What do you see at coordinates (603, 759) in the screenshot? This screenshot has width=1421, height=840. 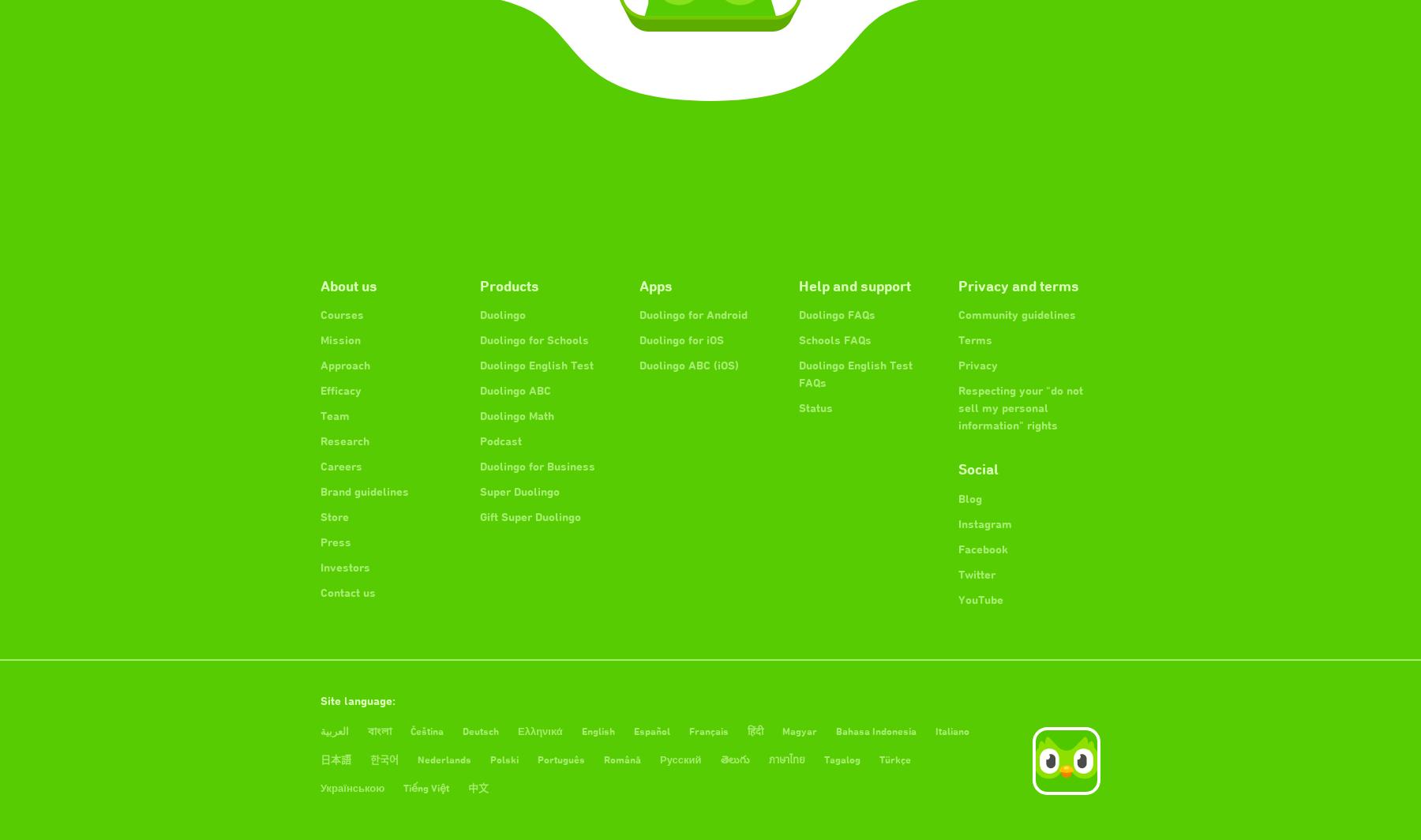 I see `'Română'` at bounding box center [603, 759].